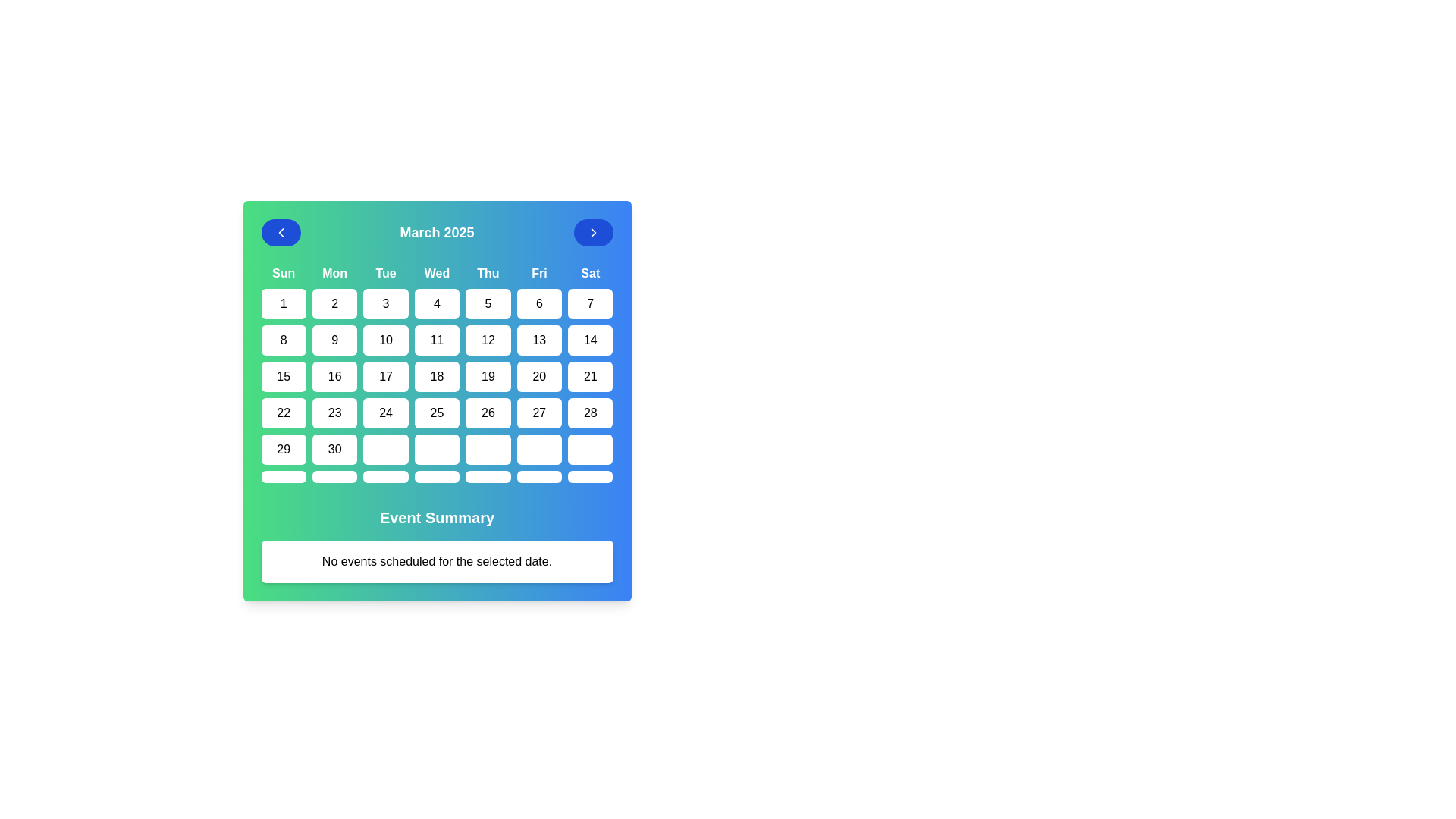  Describe the element at coordinates (284, 413) in the screenshot. I see `the button displaying the number '22' in the calendar grid under the 'Sun' day header` at that location.